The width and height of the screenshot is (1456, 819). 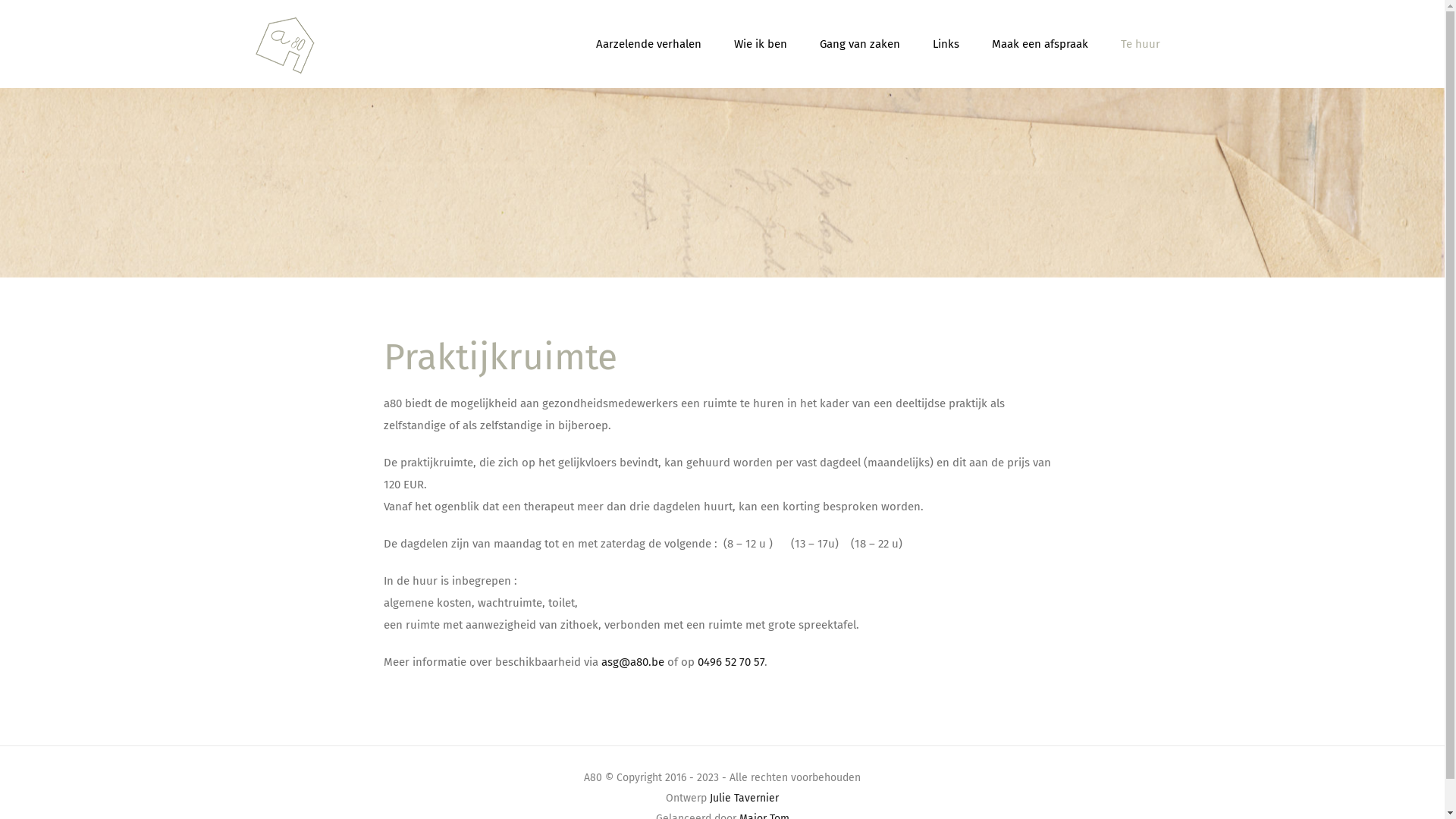 I want to click on 'Aarzelende verhalen', so click(x=595, y=42).